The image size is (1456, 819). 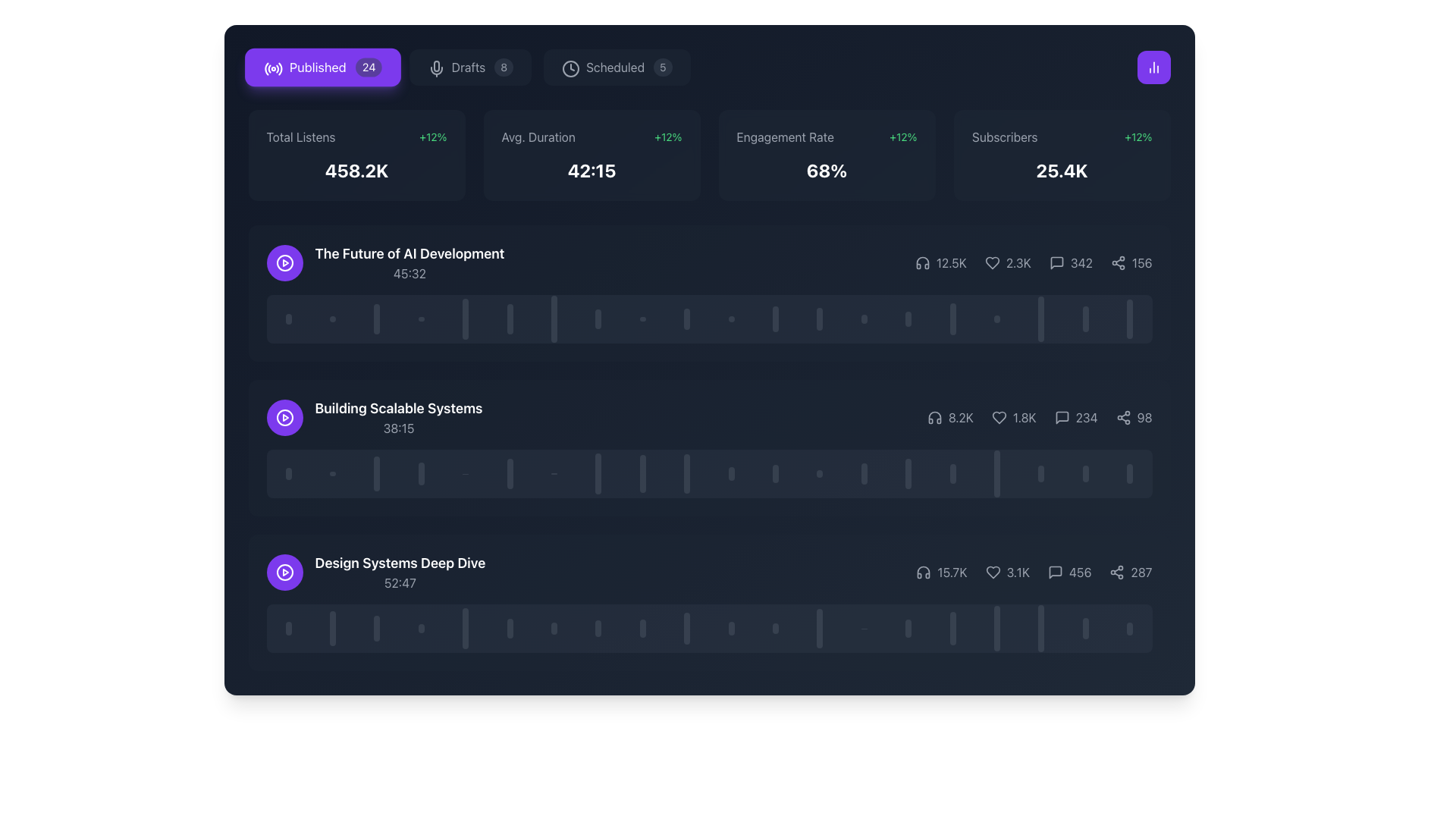 I want to click on the vertical slider, so click(x=952, y=619).